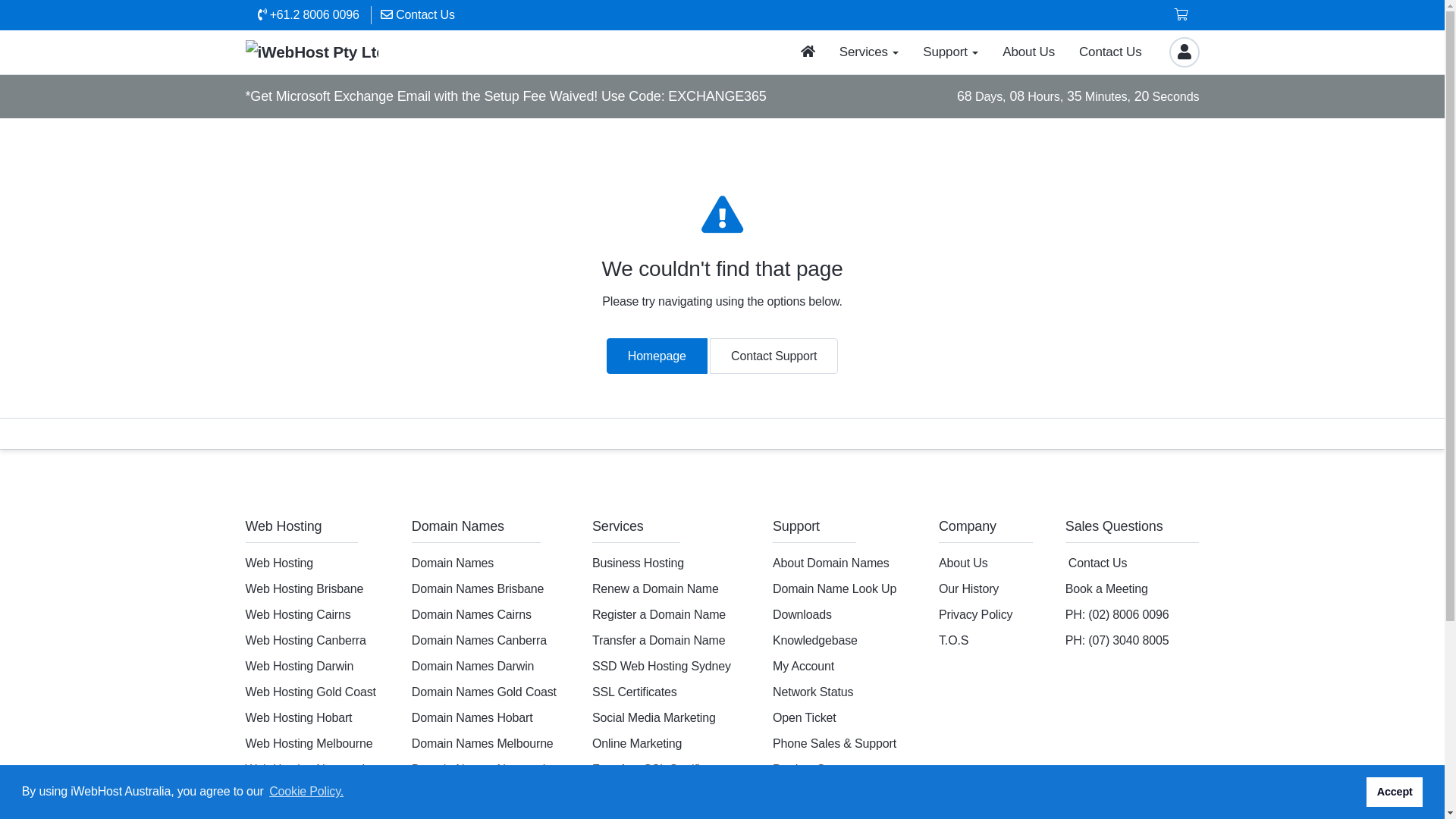 The height and width of the screenshot is (819, 1456). Describe the element at coordinates (305, 791) in the screenshot. I see `'Cookie Policy.'` at that location.